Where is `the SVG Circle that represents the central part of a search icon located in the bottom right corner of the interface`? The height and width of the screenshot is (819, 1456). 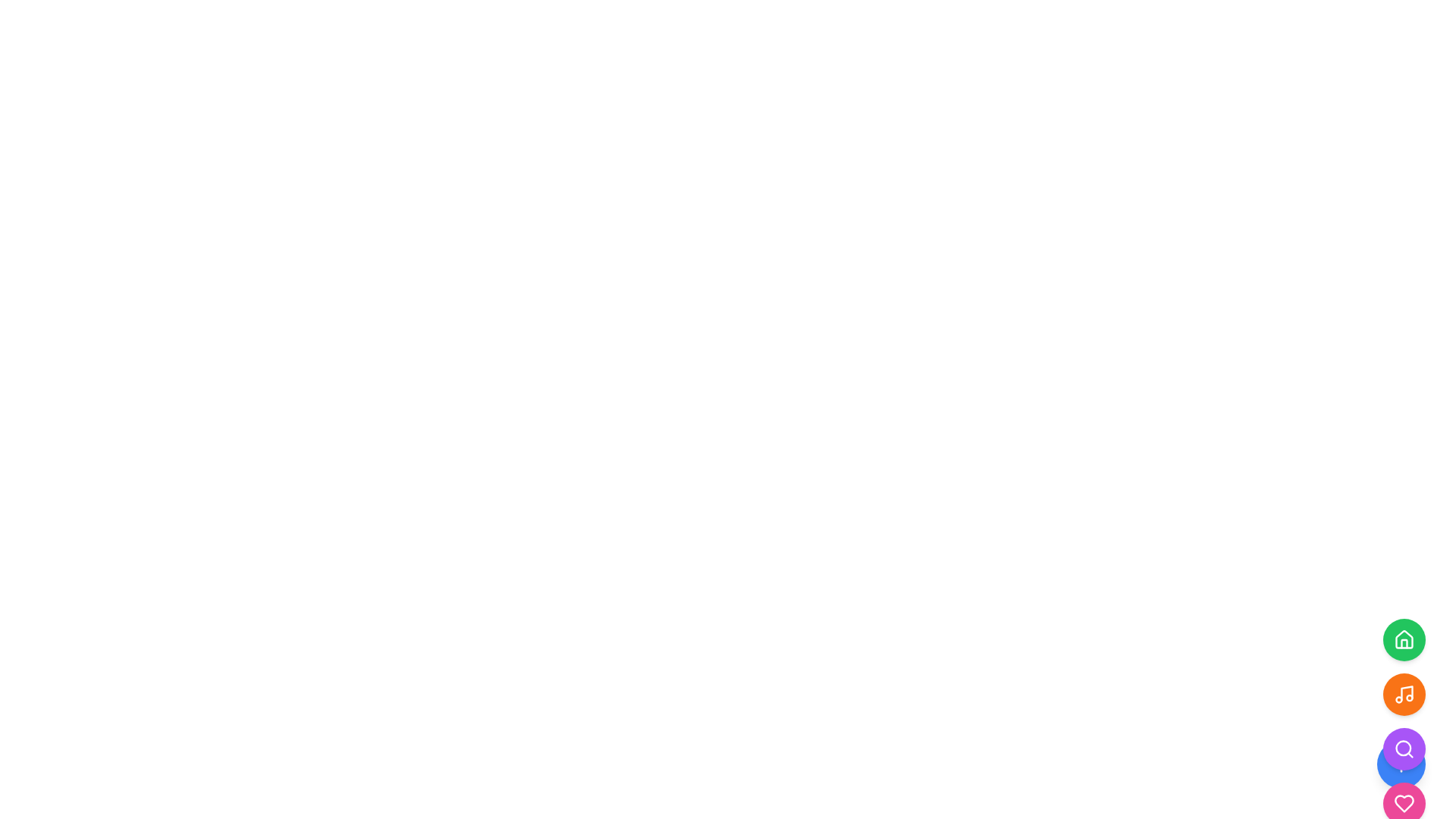 the SVG Circle that represents the central part of a search icon located in the bottom right corner of the interface is located at coordinates (1402, 747).